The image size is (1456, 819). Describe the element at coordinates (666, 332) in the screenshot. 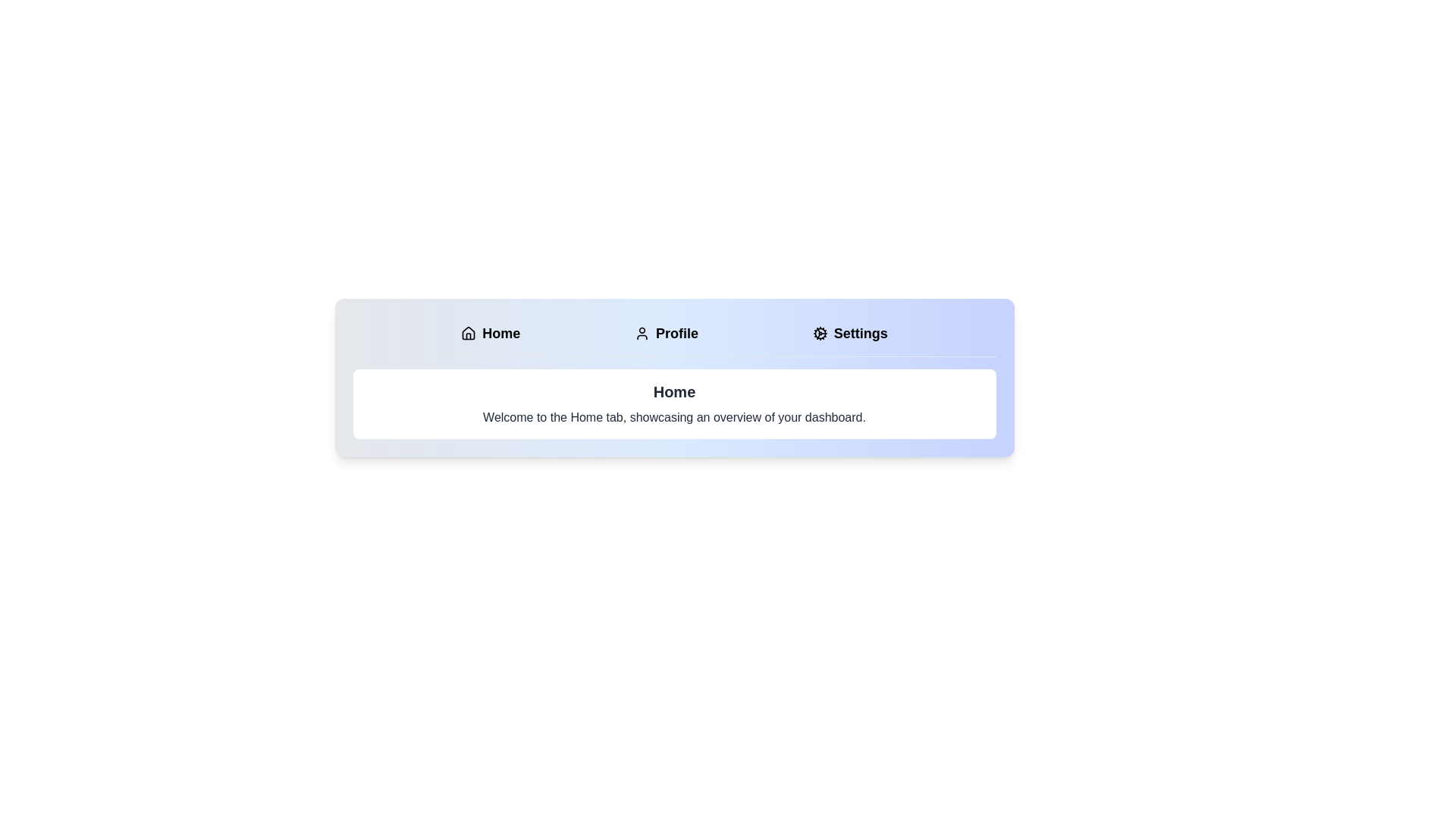

I see `the 'Profile' menu option button, which is the second item in the navigation menu and features a user icon to its left` at that location.